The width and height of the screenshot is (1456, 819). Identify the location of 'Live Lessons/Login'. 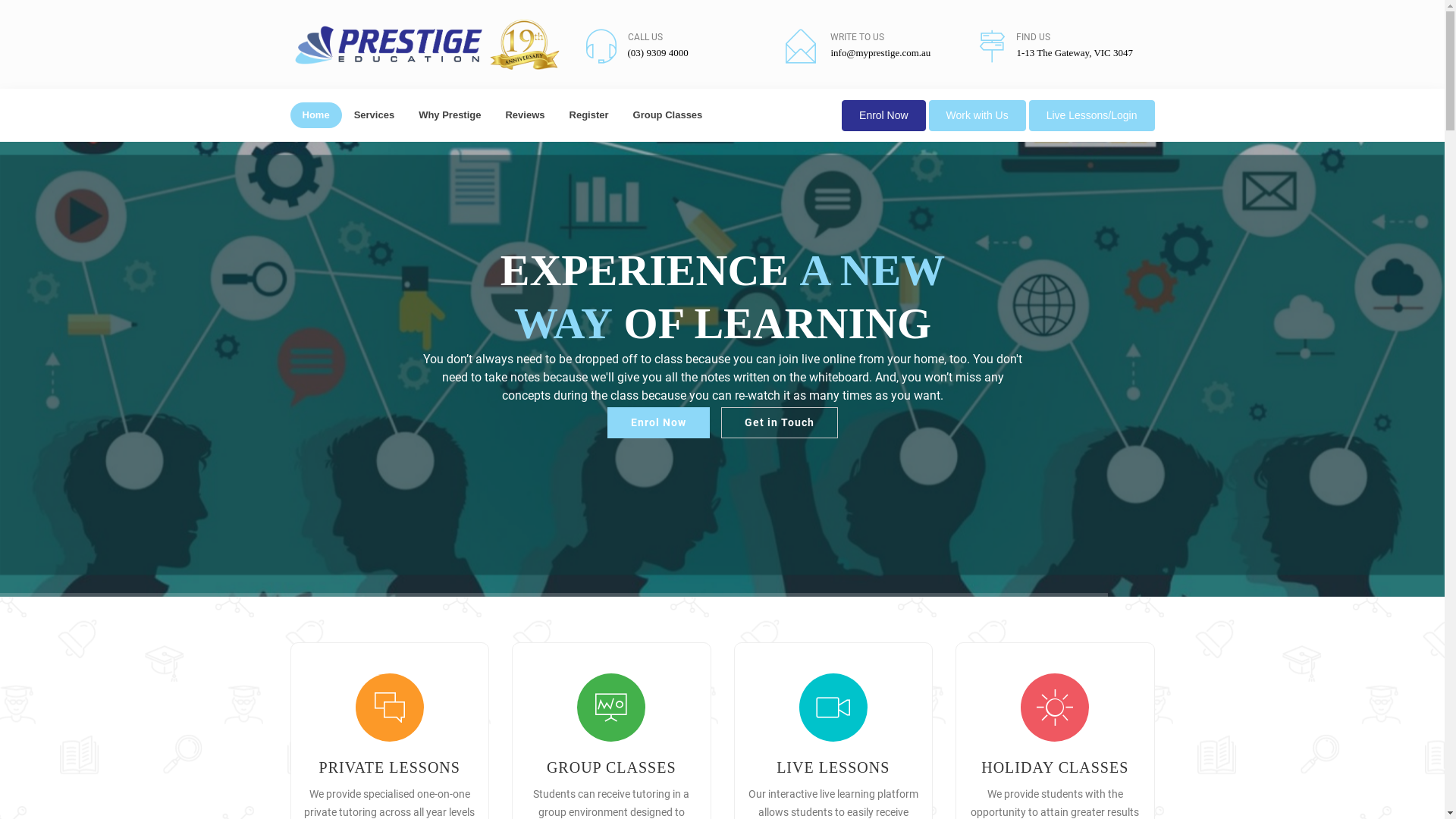
(1092, 115).